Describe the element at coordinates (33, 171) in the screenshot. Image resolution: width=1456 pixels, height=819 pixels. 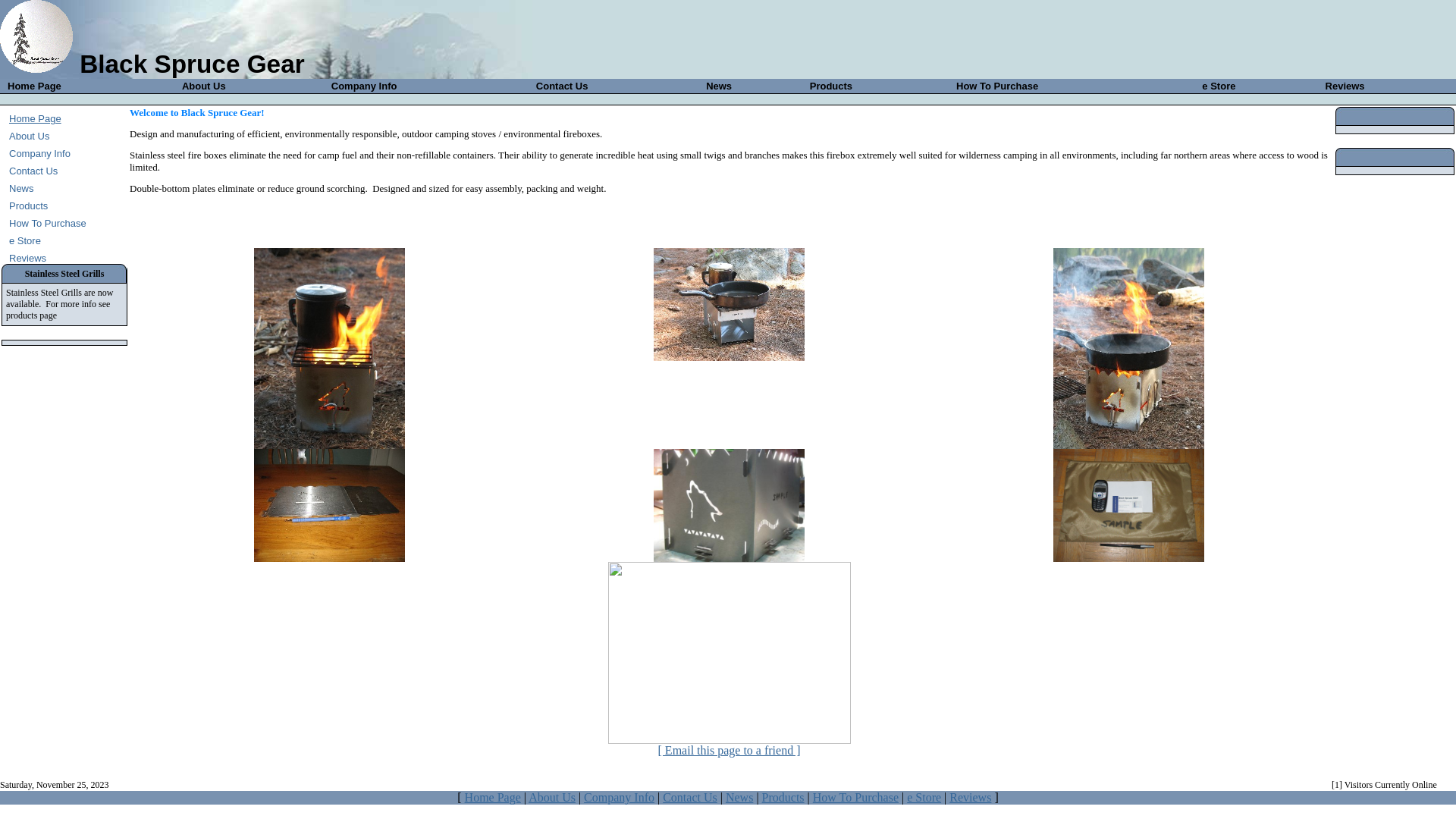
I see `'Contact Us'` at that location.